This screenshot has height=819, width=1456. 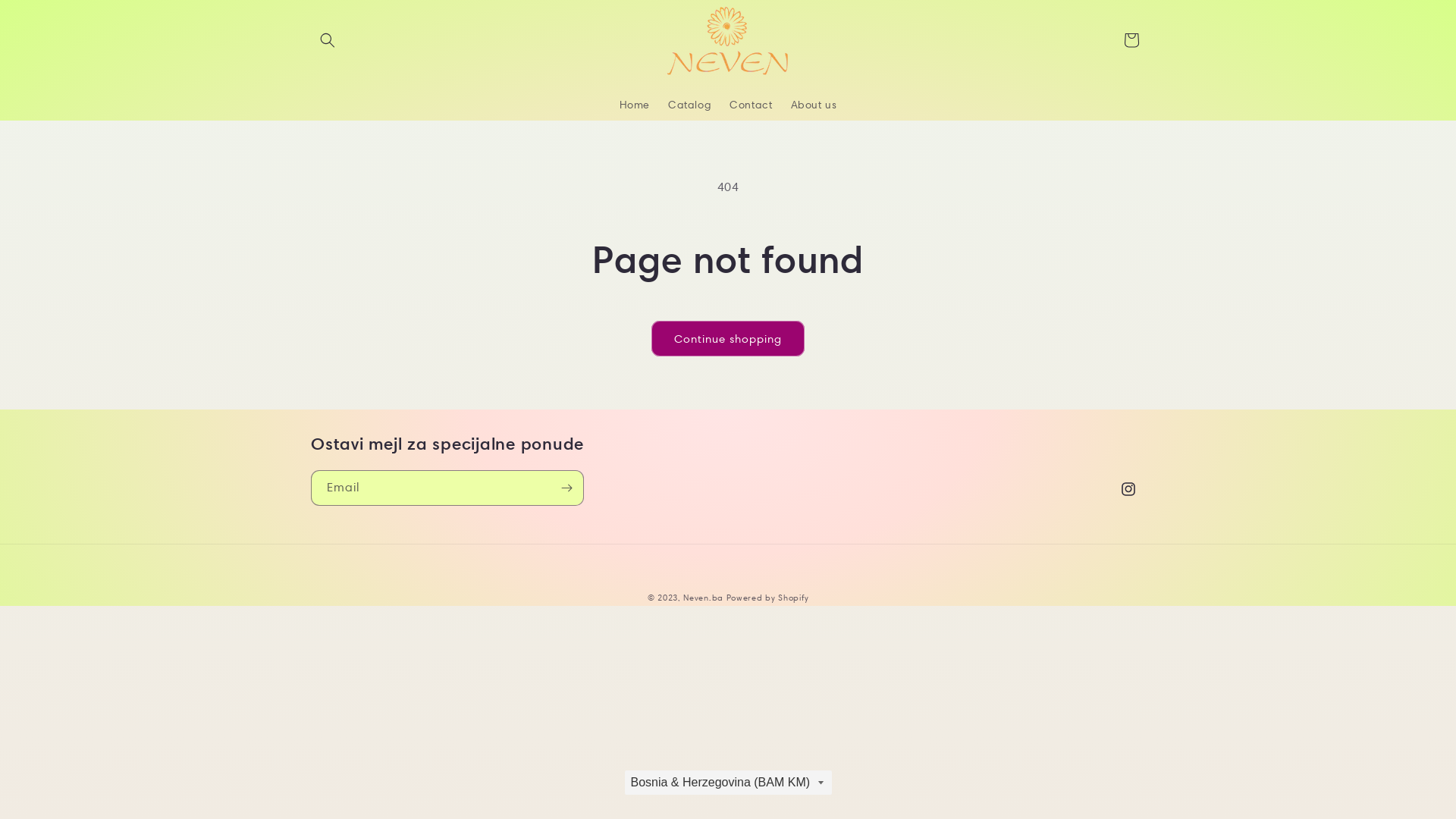 What do you see at coordinates (750, 103) in the screenshot?
I see `'Contact'` at bounding box center [750, 103].